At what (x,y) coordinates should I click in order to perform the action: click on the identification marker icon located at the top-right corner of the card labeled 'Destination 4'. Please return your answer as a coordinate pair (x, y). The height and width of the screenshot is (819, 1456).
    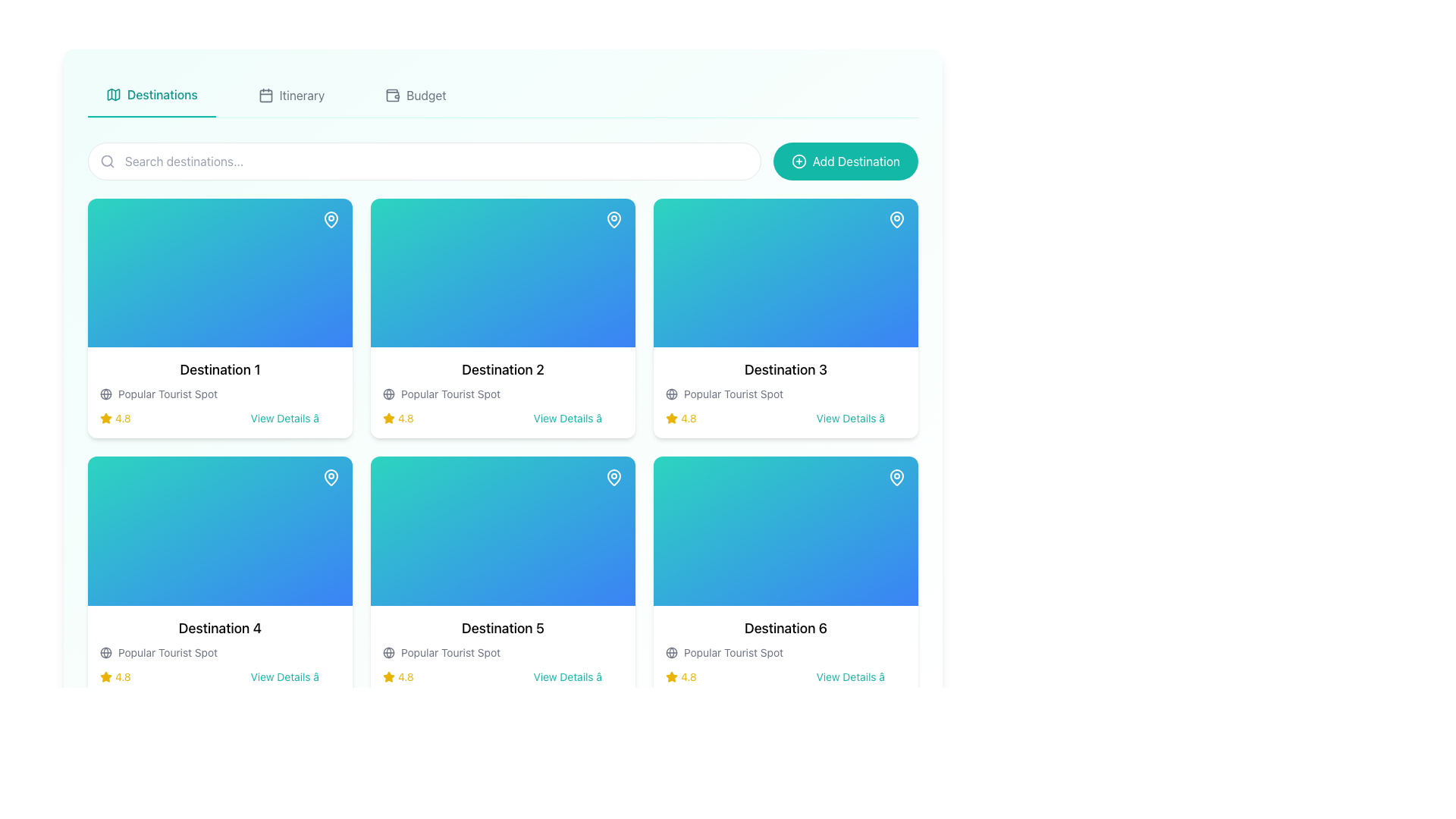
    Looking at the image, I should click on (330, 476).